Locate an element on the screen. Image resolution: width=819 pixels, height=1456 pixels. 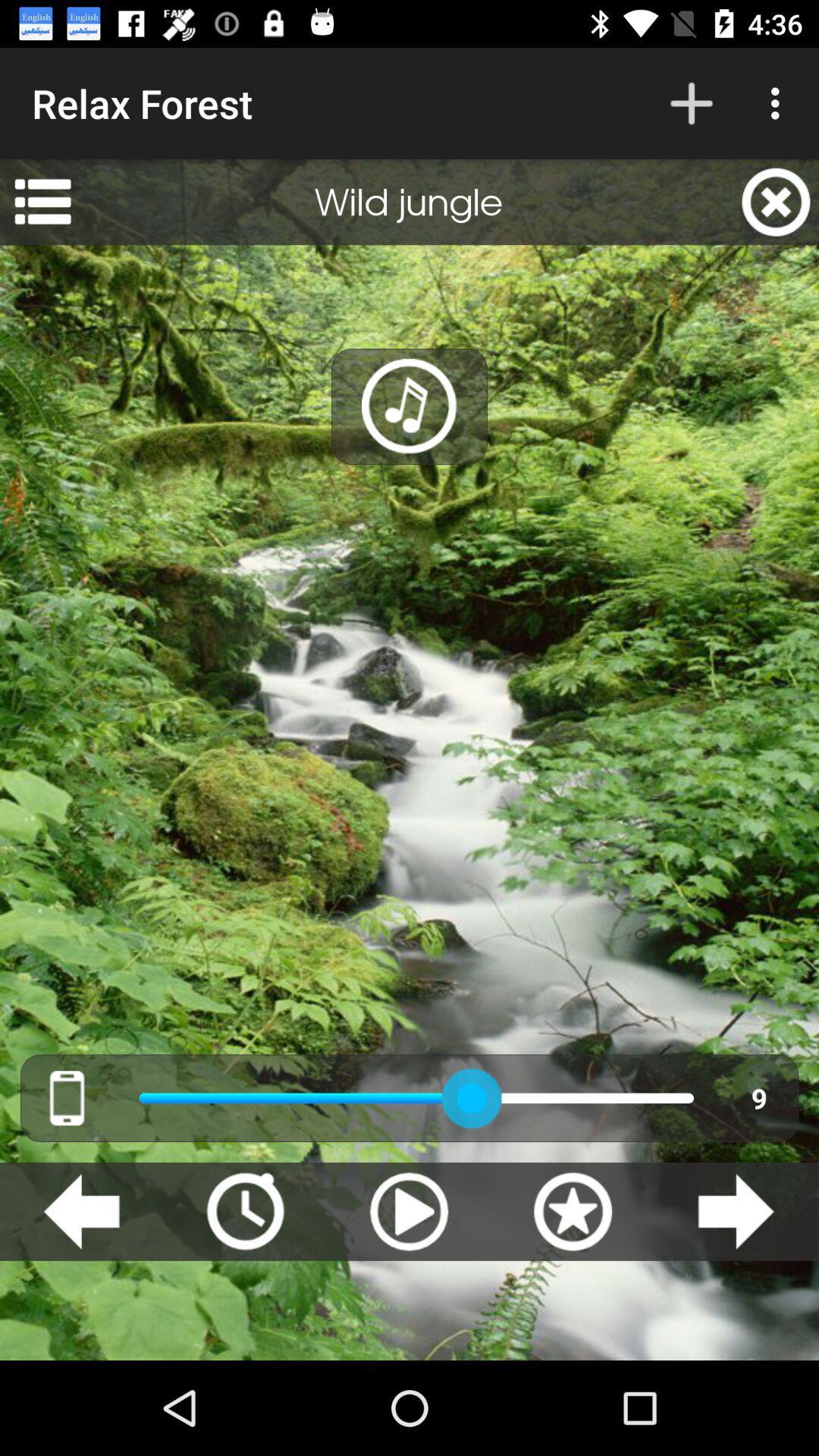
the arrow_forward icon is located at coordinates (735, 1210).